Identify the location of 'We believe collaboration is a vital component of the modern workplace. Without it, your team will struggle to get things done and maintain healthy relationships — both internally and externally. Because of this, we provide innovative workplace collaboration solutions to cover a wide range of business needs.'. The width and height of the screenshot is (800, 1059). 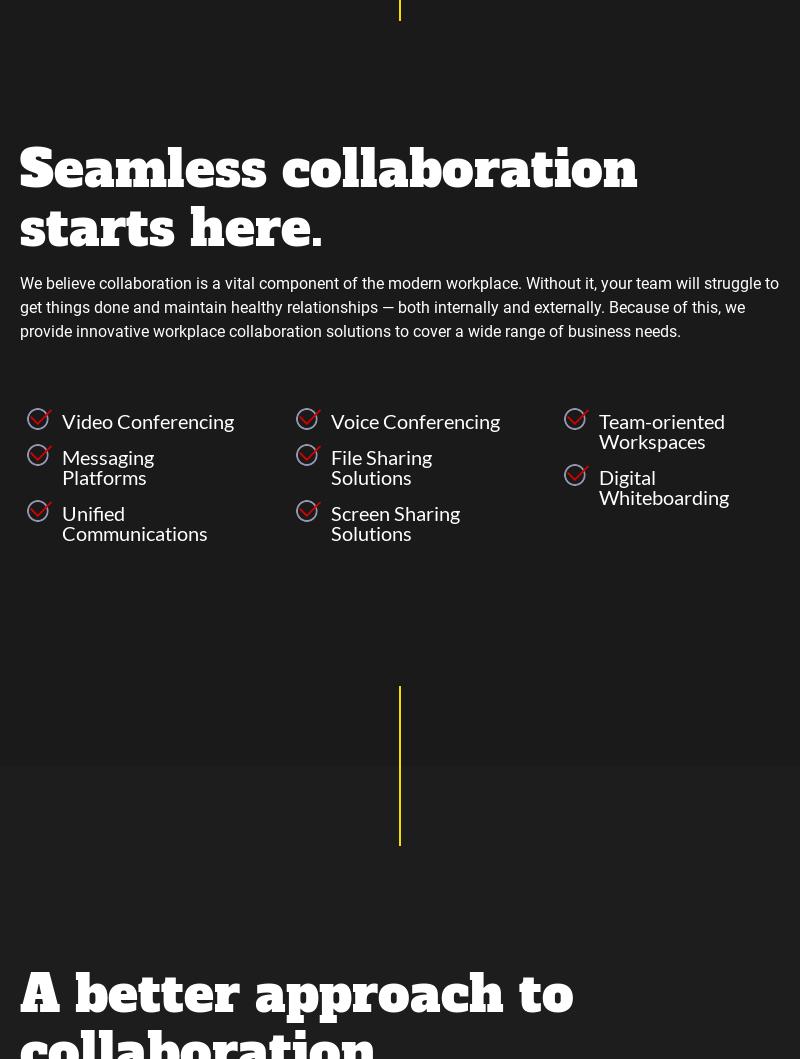
(398, 307).